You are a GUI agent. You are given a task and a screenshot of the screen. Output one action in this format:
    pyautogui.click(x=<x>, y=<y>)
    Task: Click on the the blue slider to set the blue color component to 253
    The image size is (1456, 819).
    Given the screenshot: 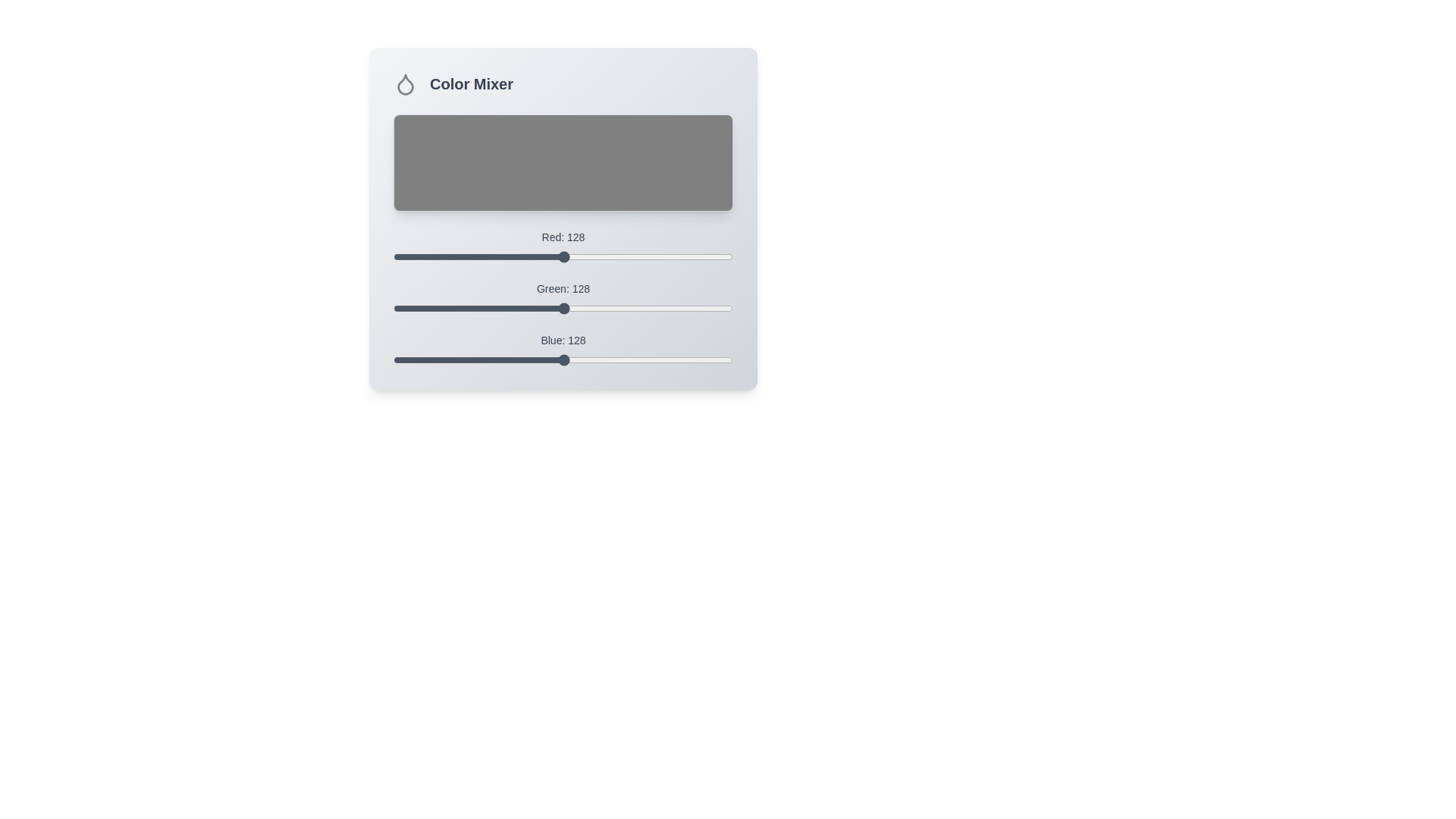 What is the action you would take?
    pyautogui.click(x=730, y=359)
    